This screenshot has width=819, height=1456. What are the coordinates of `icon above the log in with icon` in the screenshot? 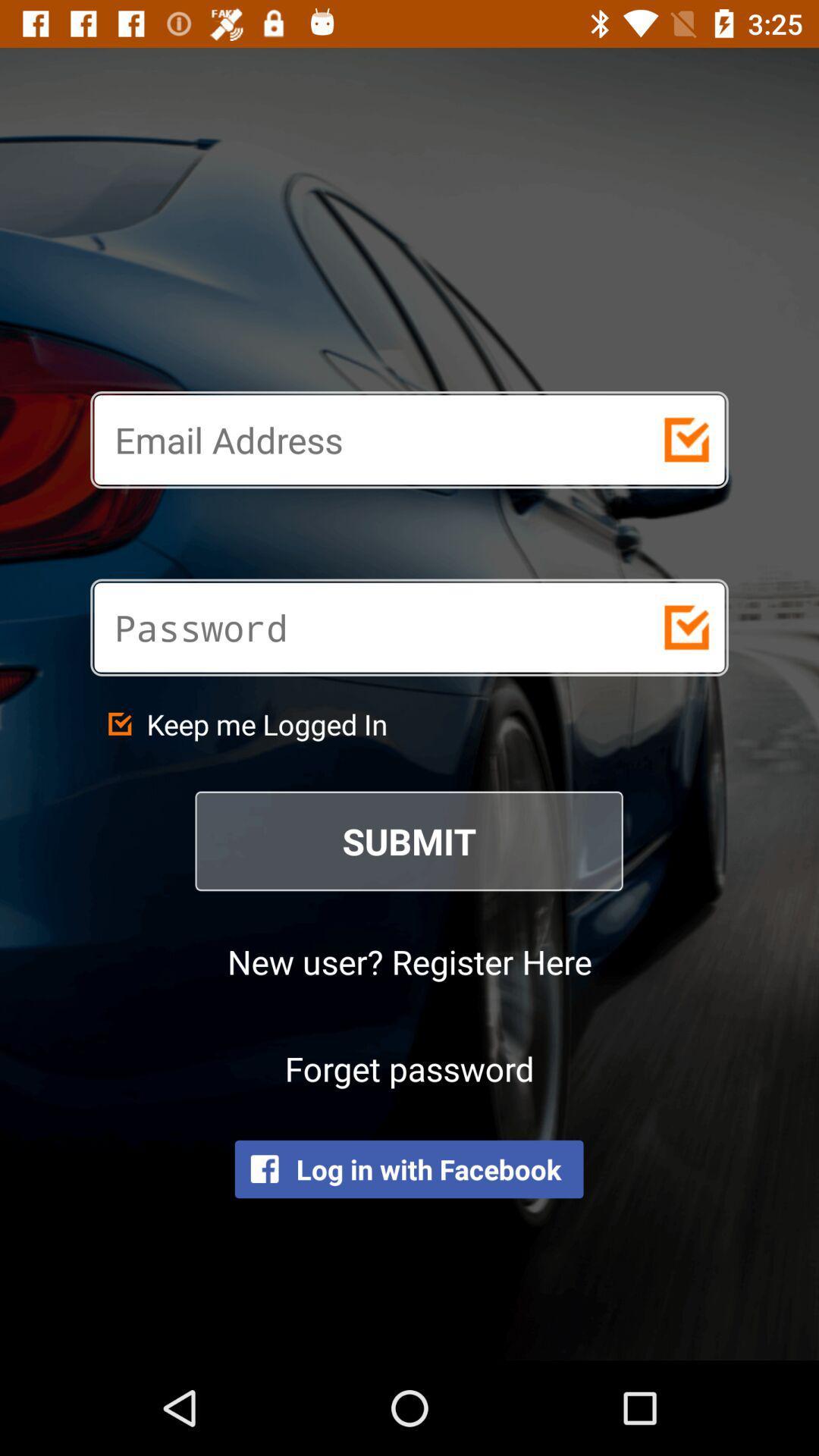 It's located at (409, 1067).